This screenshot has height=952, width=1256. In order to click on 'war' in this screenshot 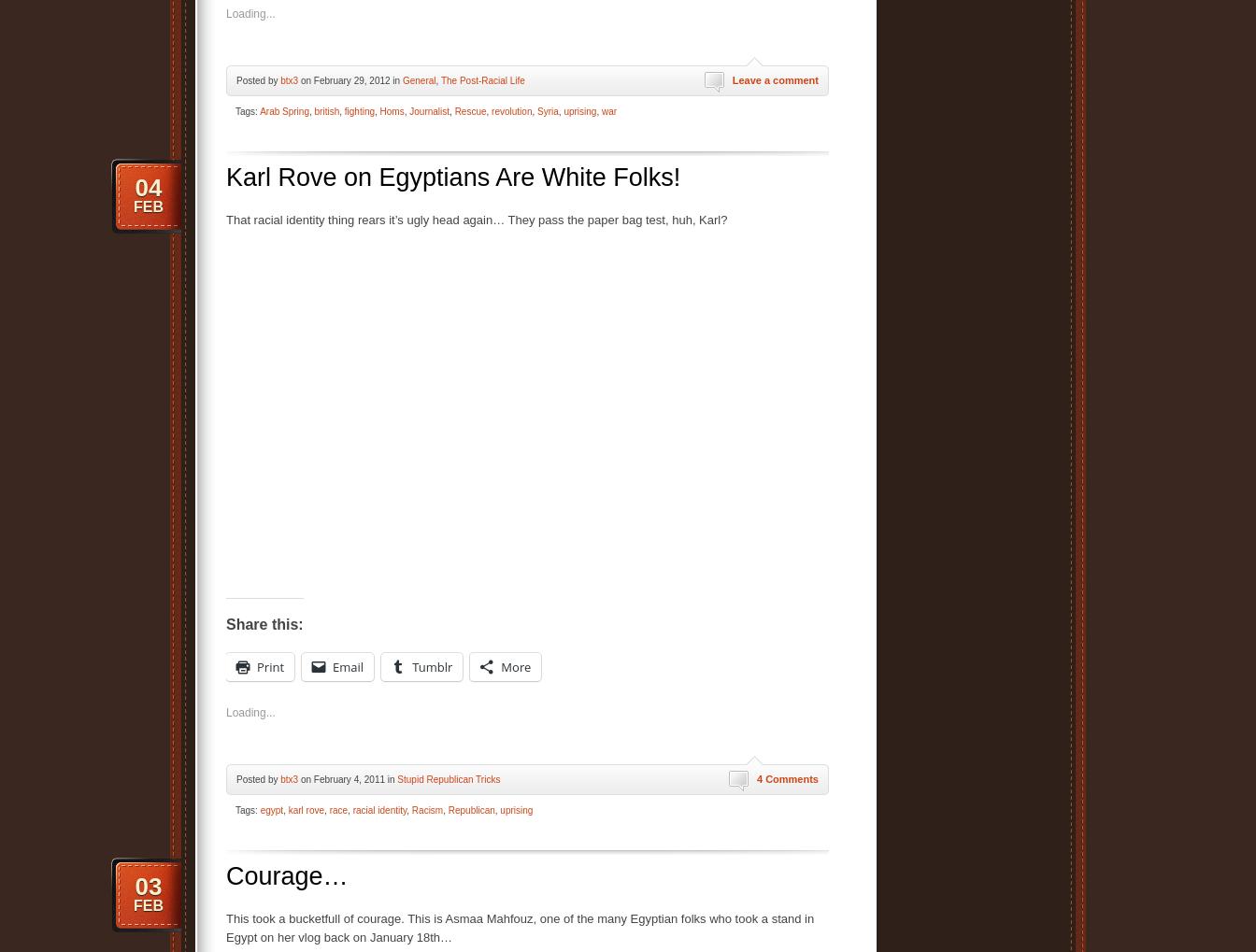, I will do `click(600, 109)`.